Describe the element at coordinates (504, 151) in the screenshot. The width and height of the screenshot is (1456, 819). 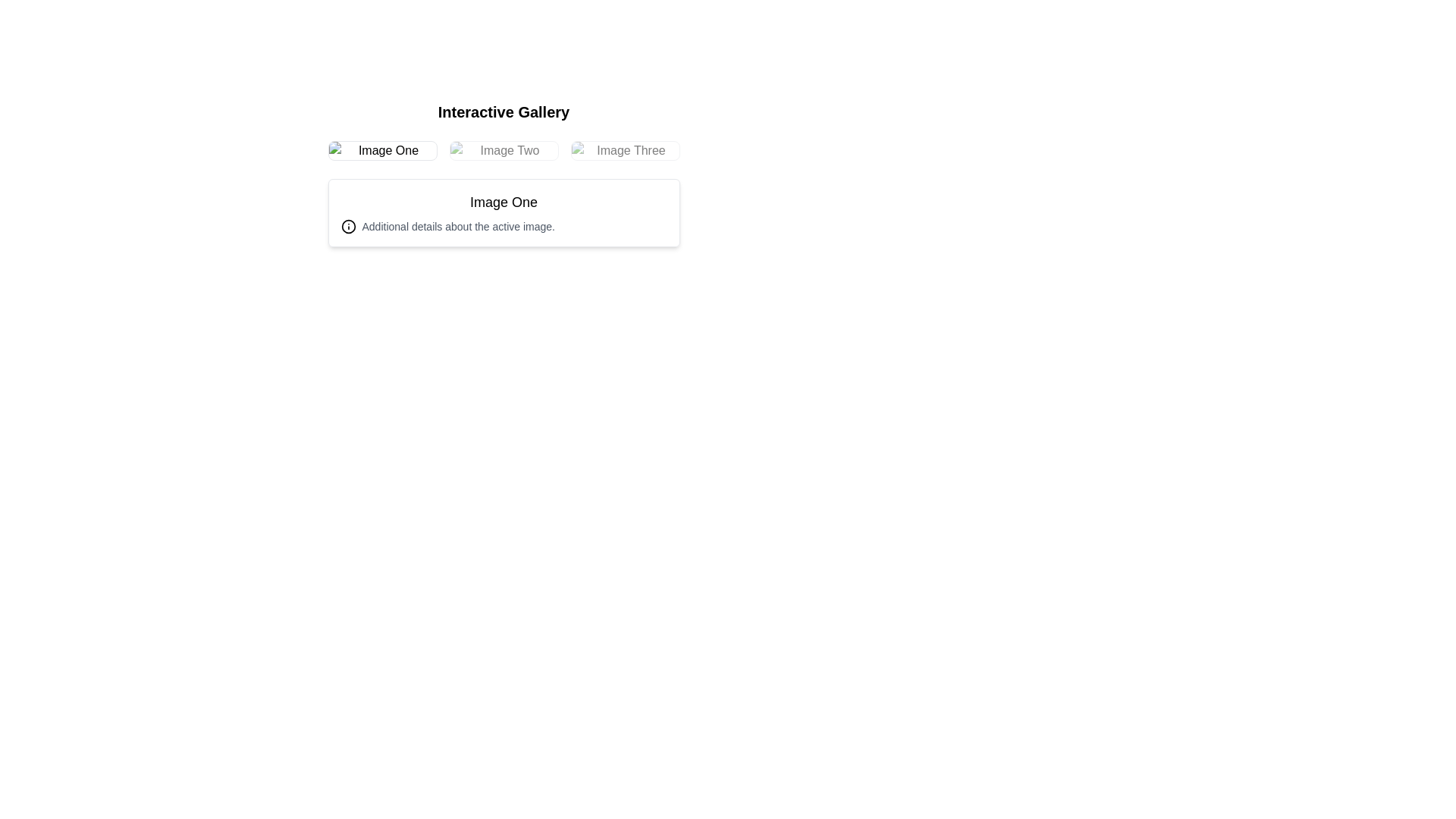
I see `the second clickable image element in the gallery interface, which is horizontally centered in its row` at that location.